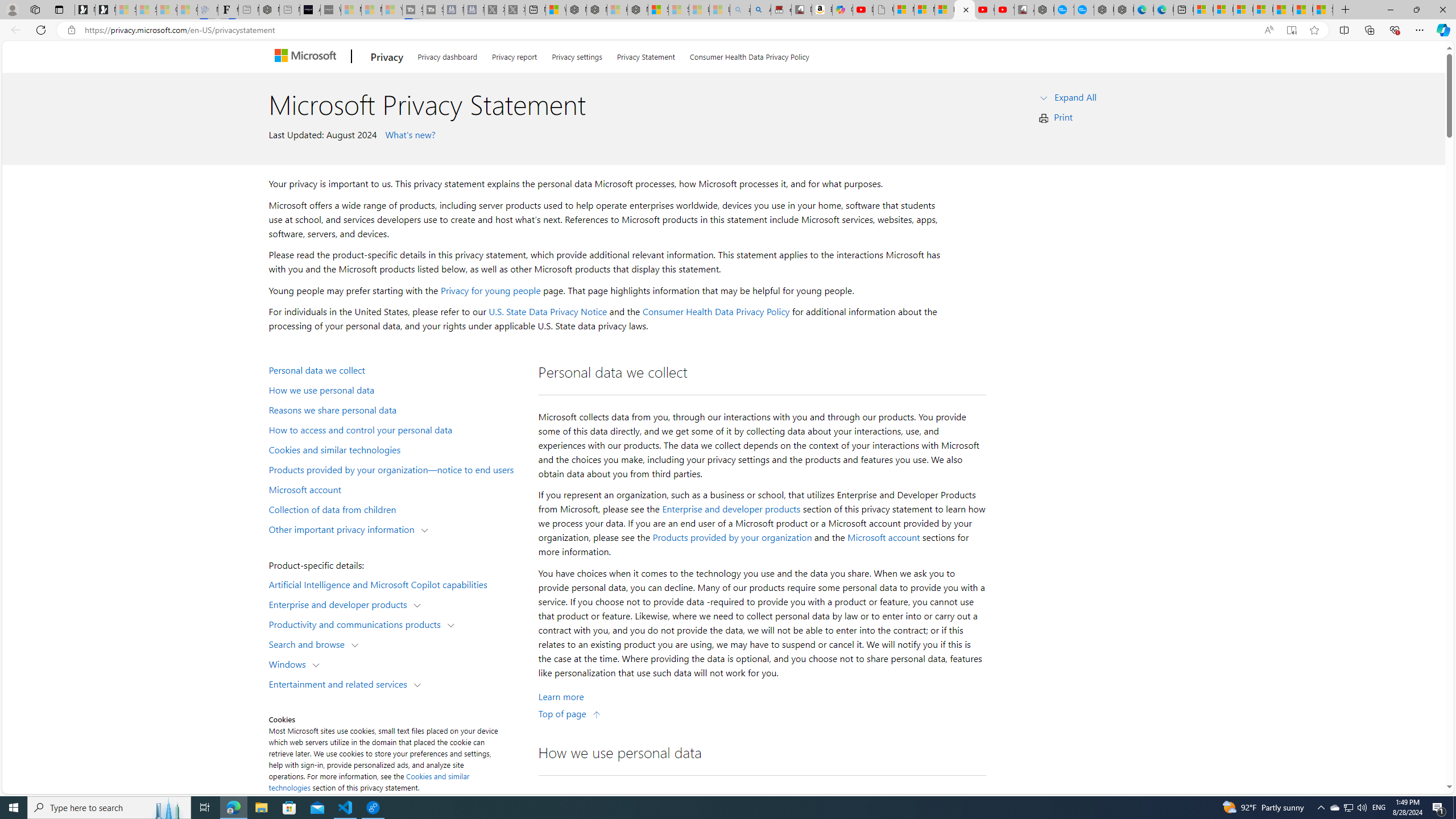 This screenshot has height=819, width=1456. I want to click on 'What', so click(331, 9).